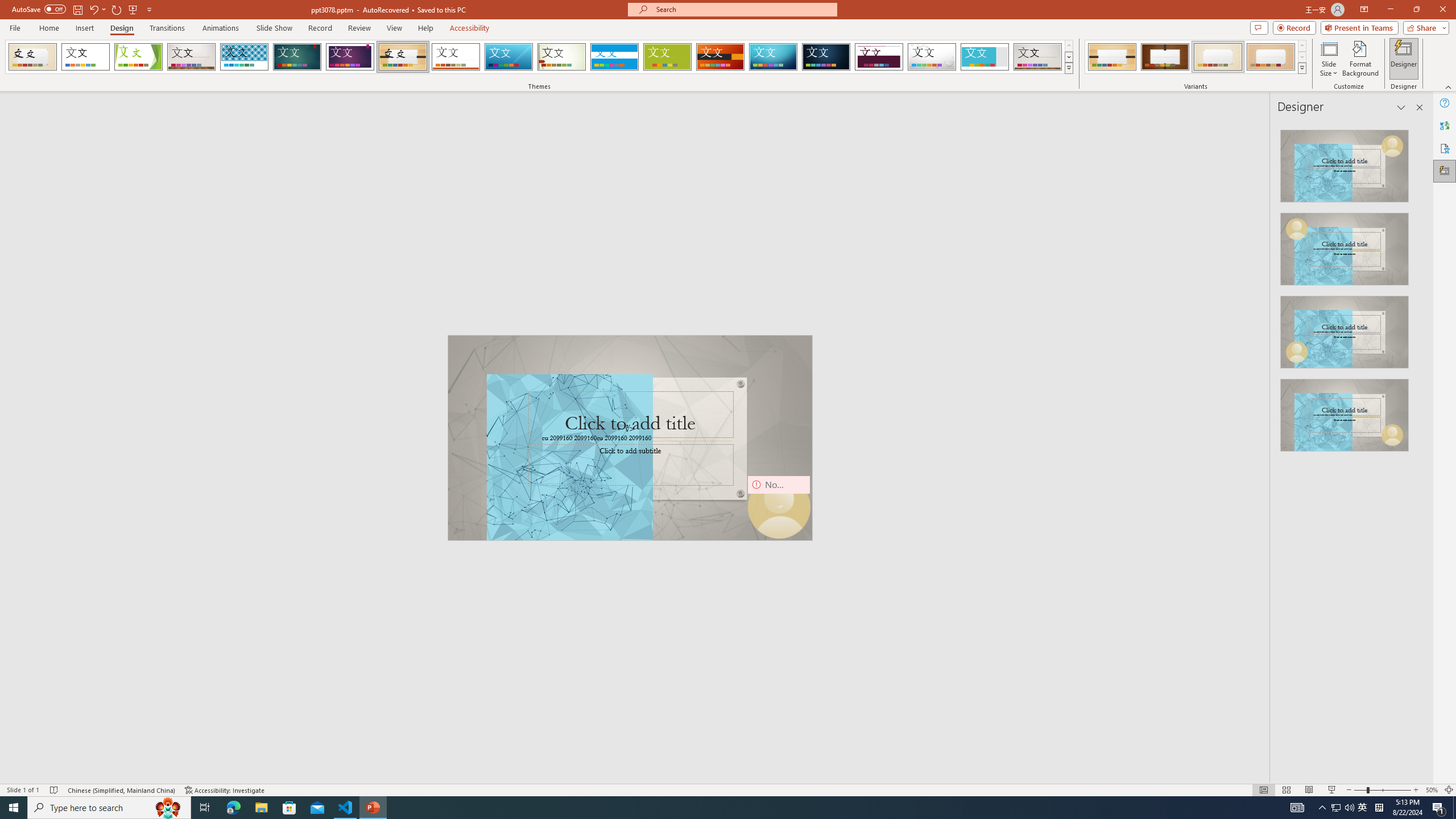 Image resolution: width=1456 pixels, height=819 pixels. What do you see at coordinates (1111, 56) in the screenshot?
I see `'Organic Variant 1'` at bounding box center [1111, 56].